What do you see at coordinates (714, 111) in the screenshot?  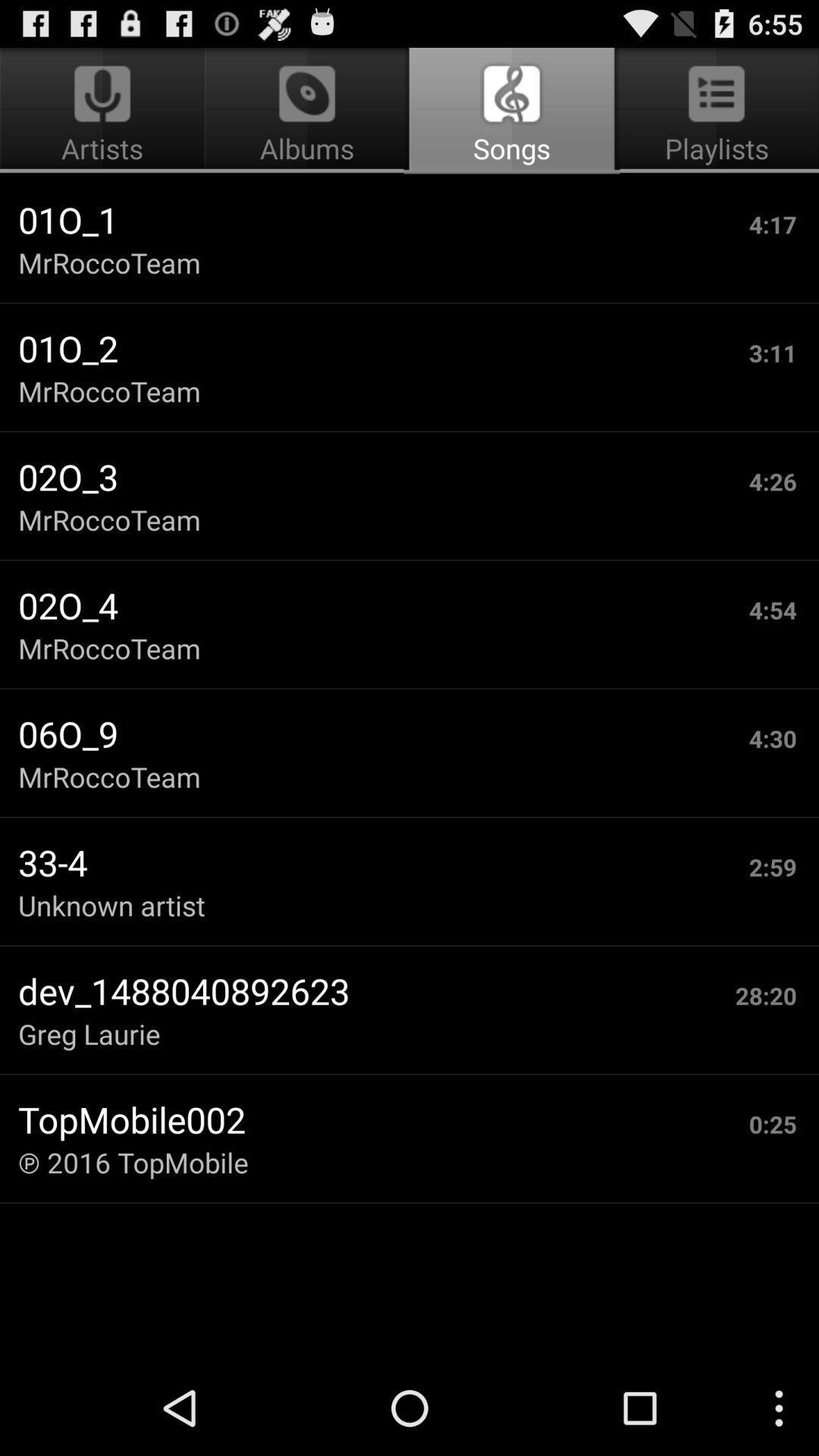 I see `the app next to albums icon` at bounding box center [714, 111].